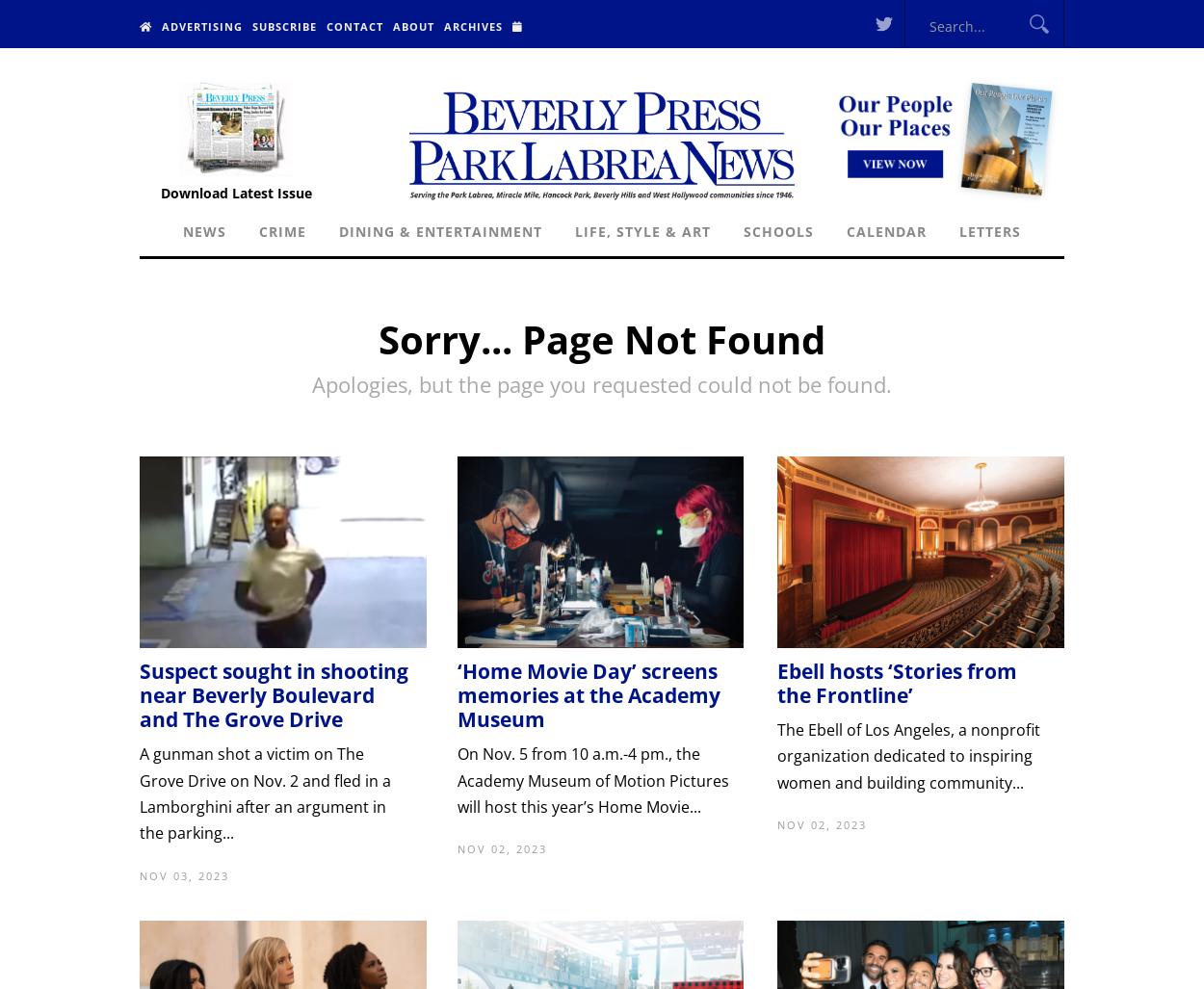 This screenshot has width=1204, height=989. I want to click on 'News', so click(203, 231).